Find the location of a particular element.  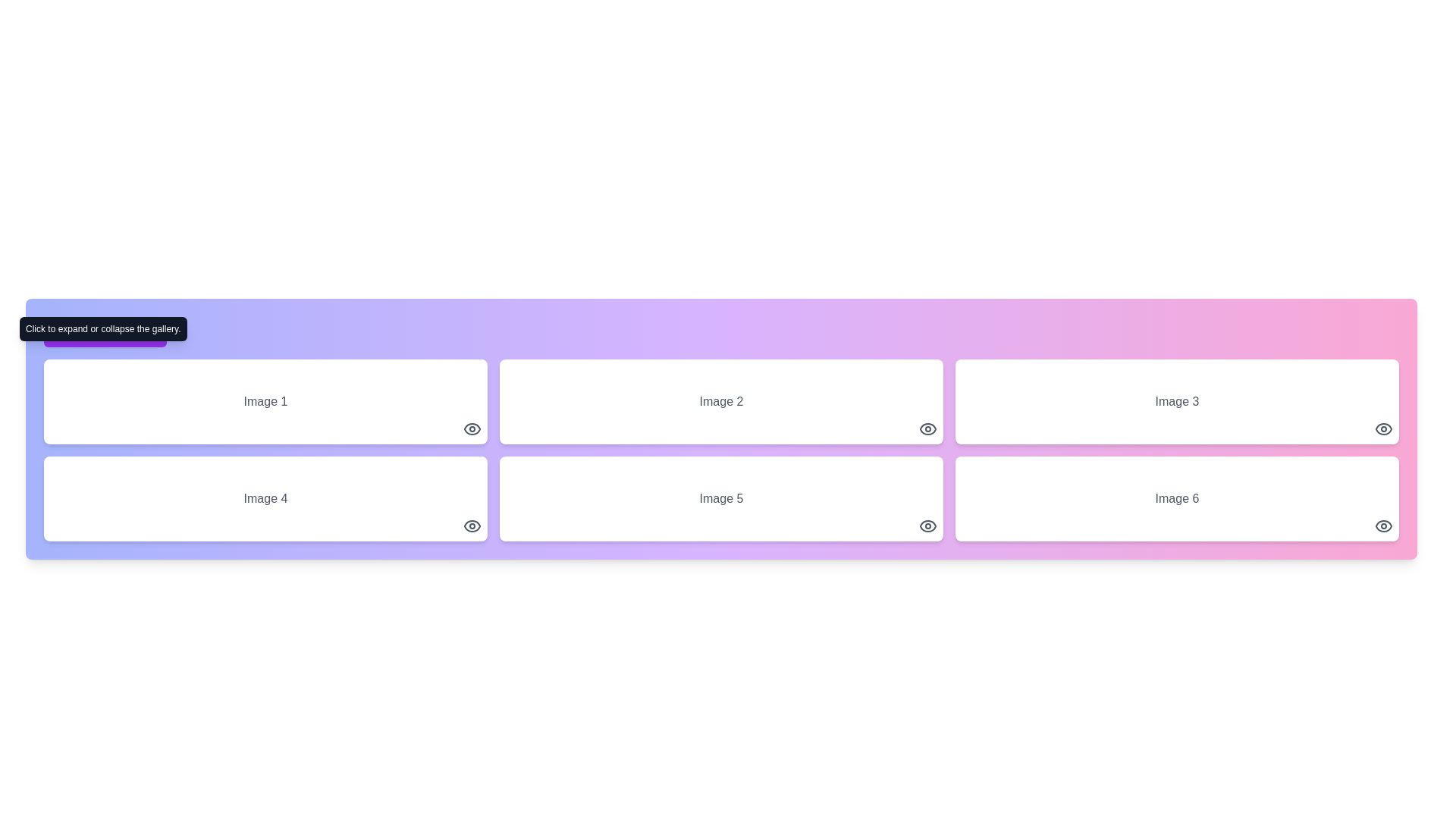

the elliptical outline of the eye icon located at the bottom-right corner of the card labeled 'Image 3' is located at coordinates (1383, 429).